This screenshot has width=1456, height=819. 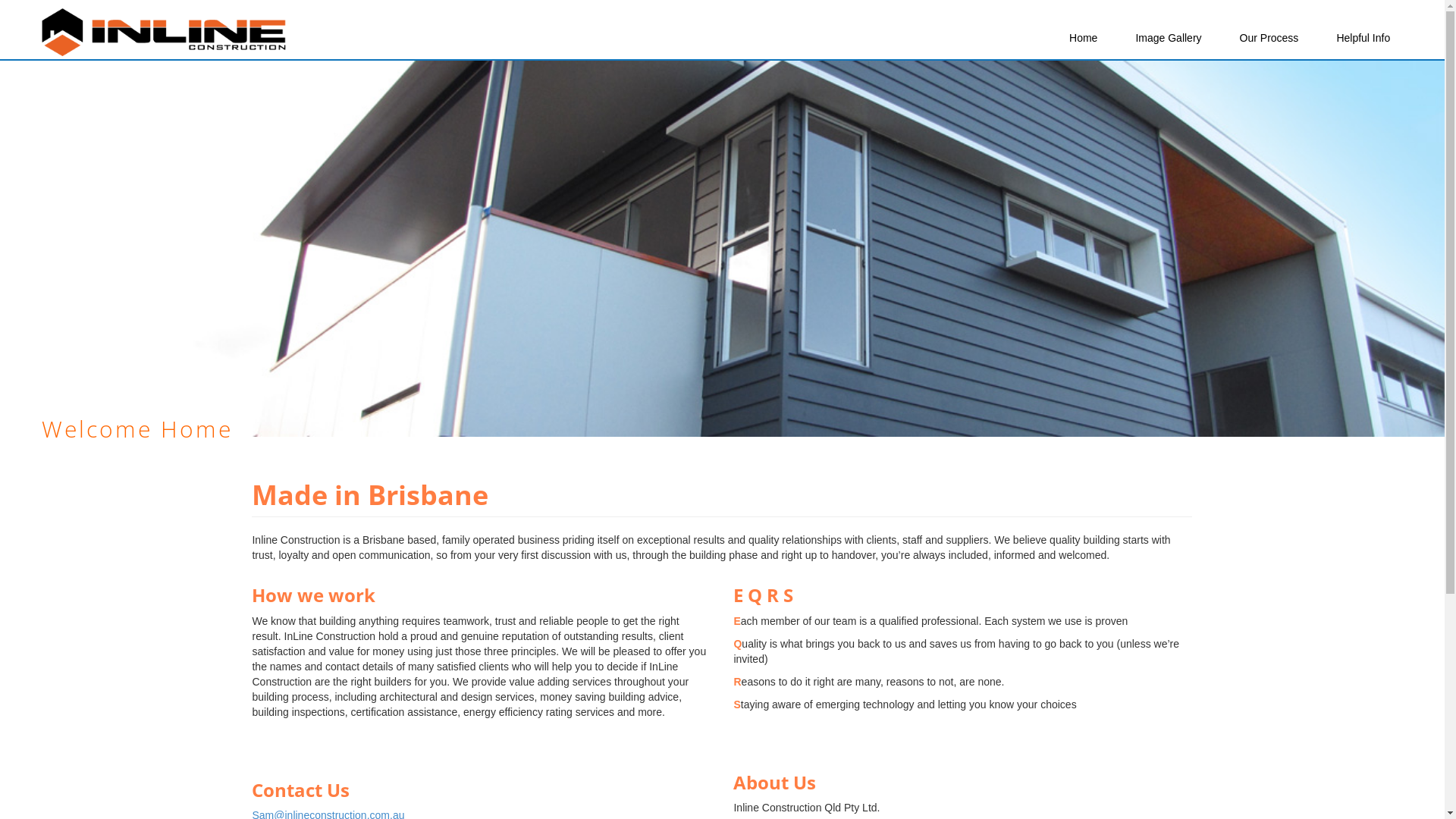 What do you see at coordinates (1167, 37) in the screenshot?
I see `'Image Gallery'` at bounding box center [1167, 37].